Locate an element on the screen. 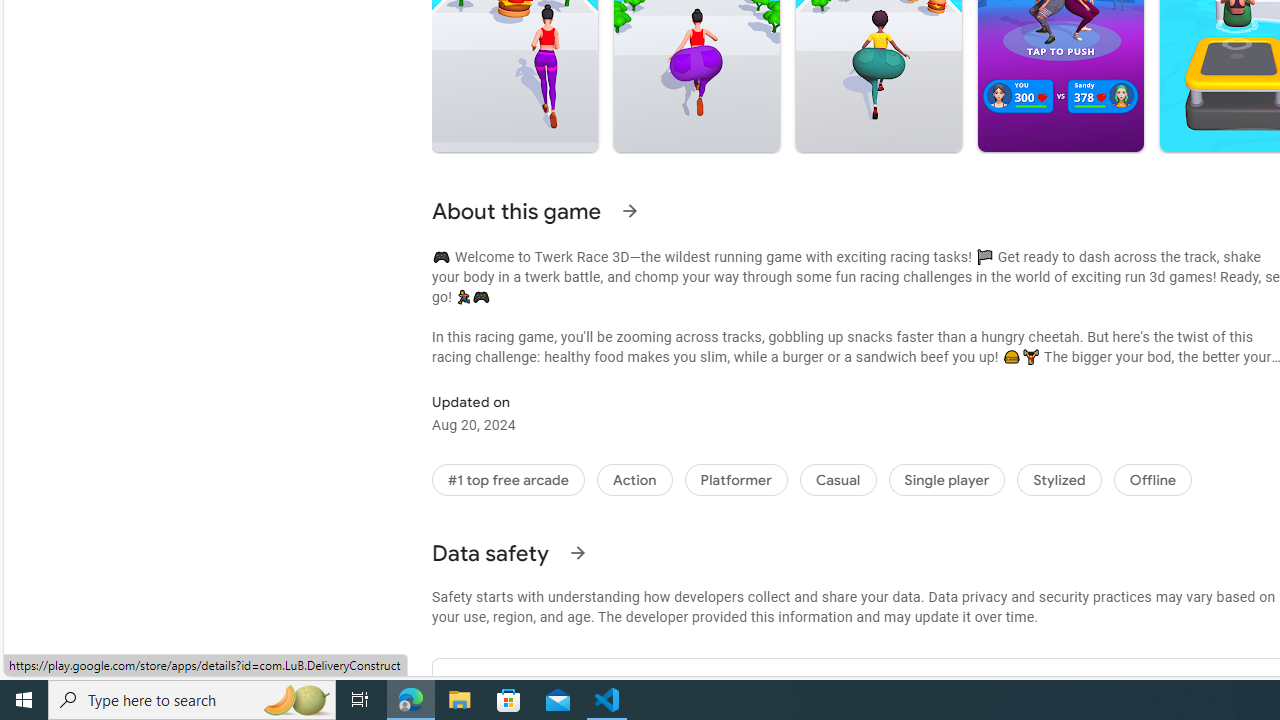 This screenshot has height=720, width=1280. 'Single player' is located at coordinates (945, 480).